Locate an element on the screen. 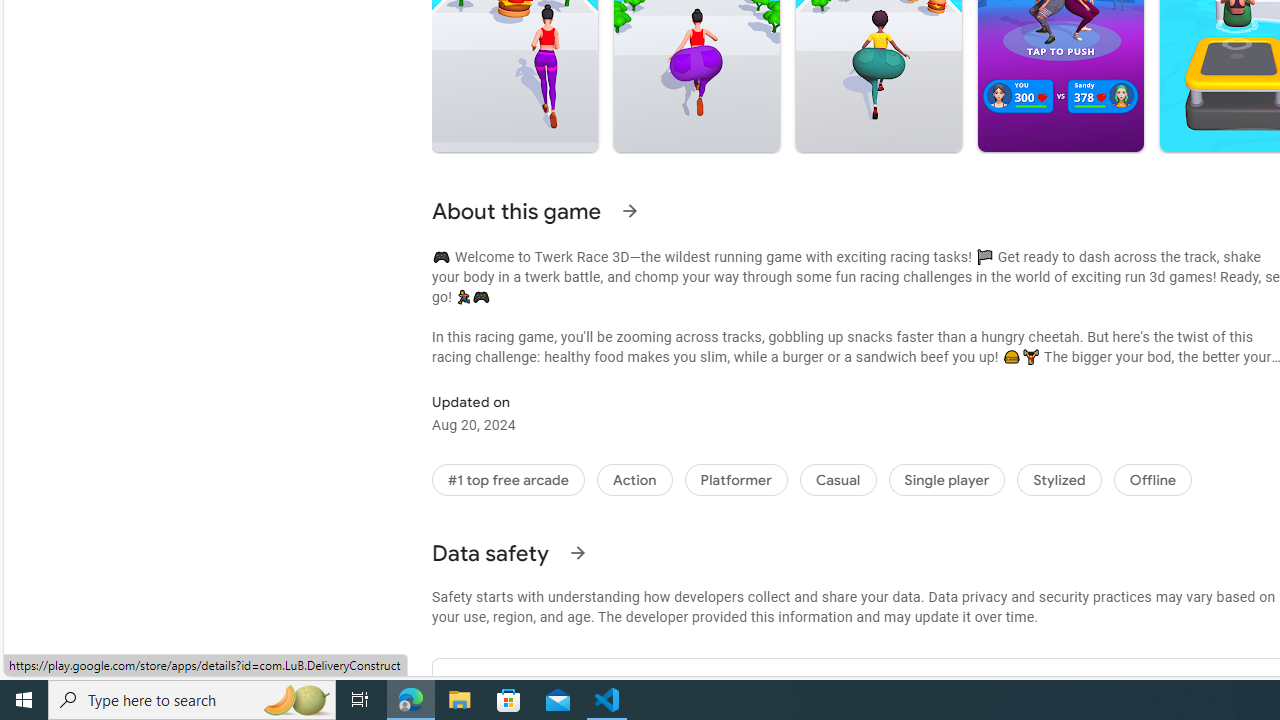 This screenshot has height=720, width=1280. 'Single player' is located at coordinates (945, 480).